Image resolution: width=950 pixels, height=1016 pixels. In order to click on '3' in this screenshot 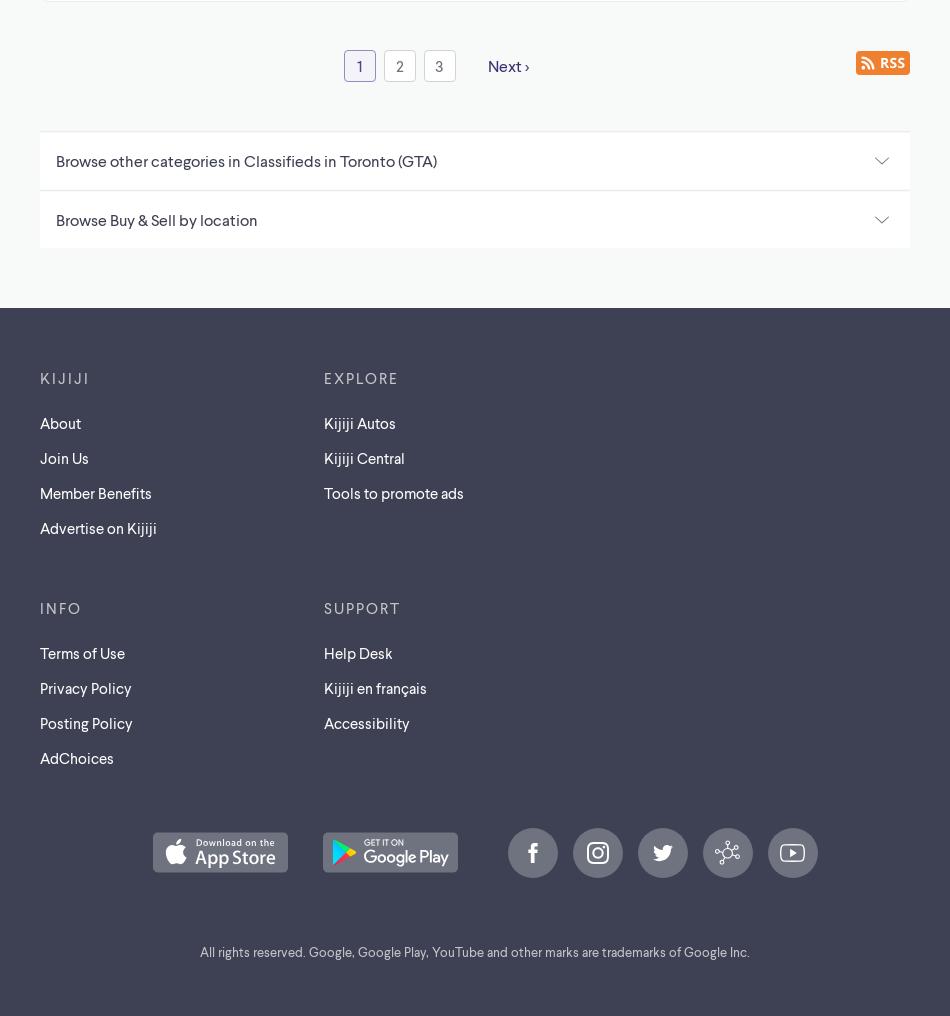, I will do `click(438, 64)`.